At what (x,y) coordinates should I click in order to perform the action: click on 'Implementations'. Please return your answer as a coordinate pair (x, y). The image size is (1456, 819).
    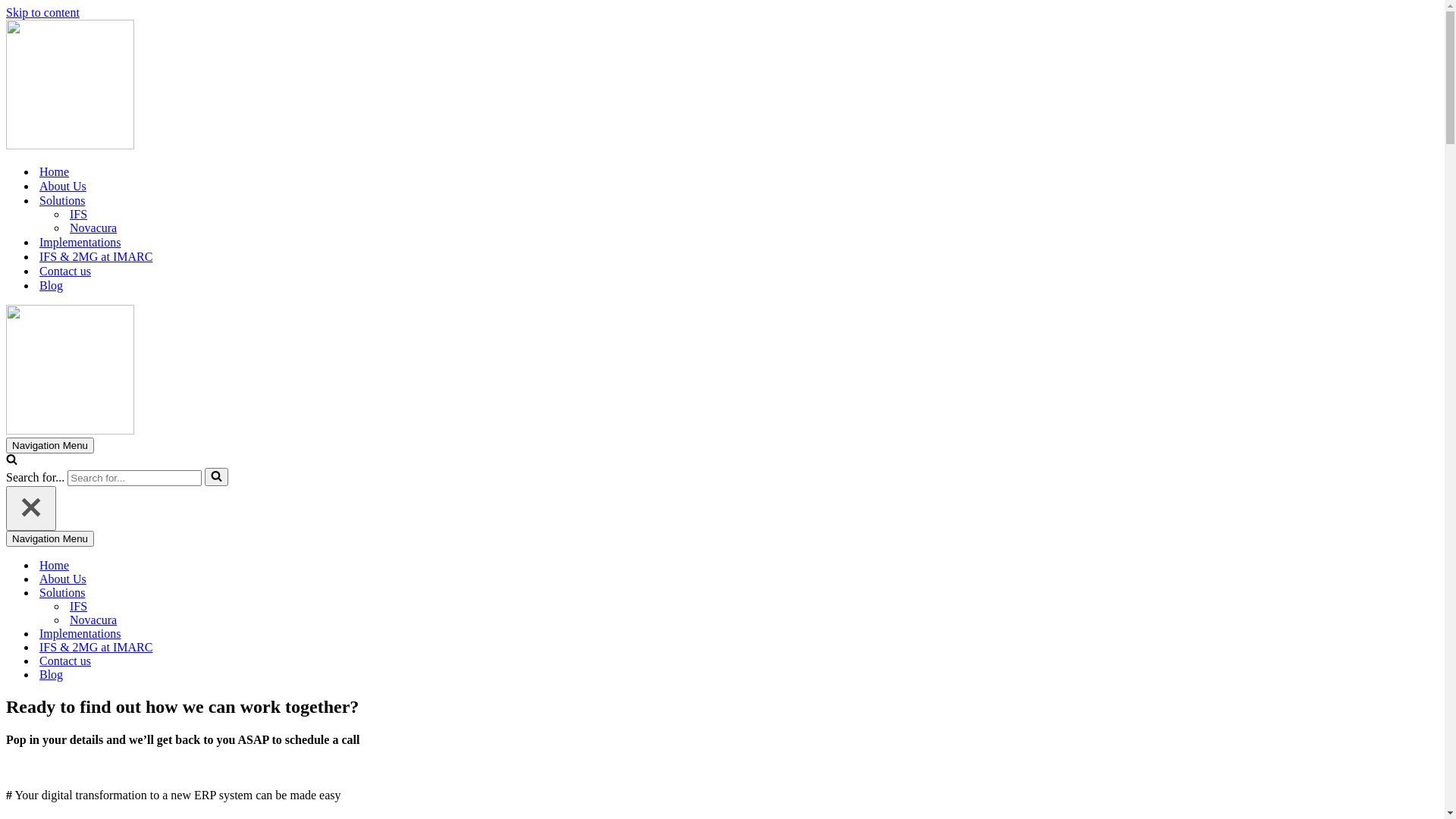
    Looking at the image, I should click on (79, 241).